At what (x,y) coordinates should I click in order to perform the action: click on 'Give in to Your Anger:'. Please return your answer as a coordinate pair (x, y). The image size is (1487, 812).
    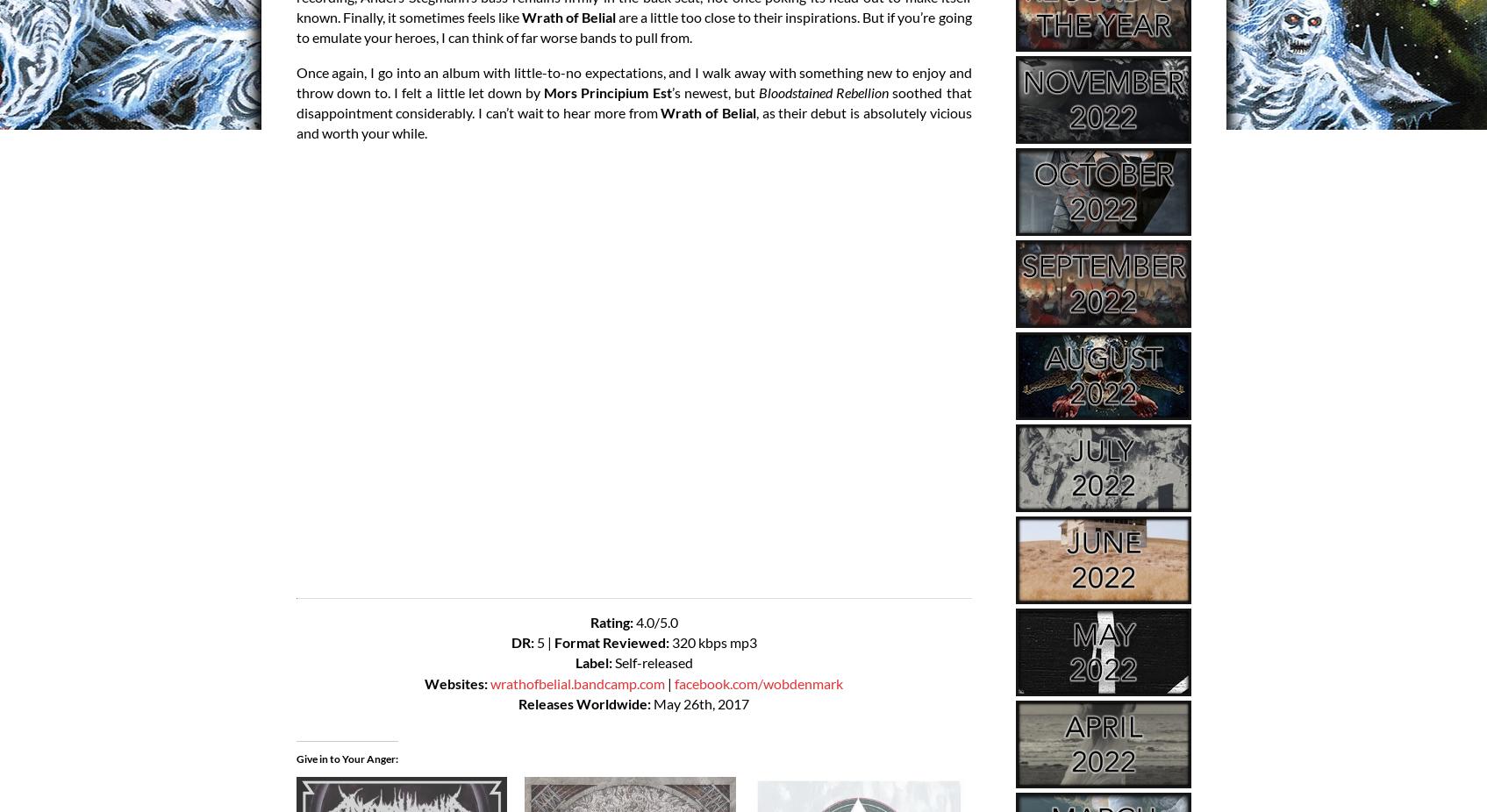
    Looking at the image, I should click on (346, 759).